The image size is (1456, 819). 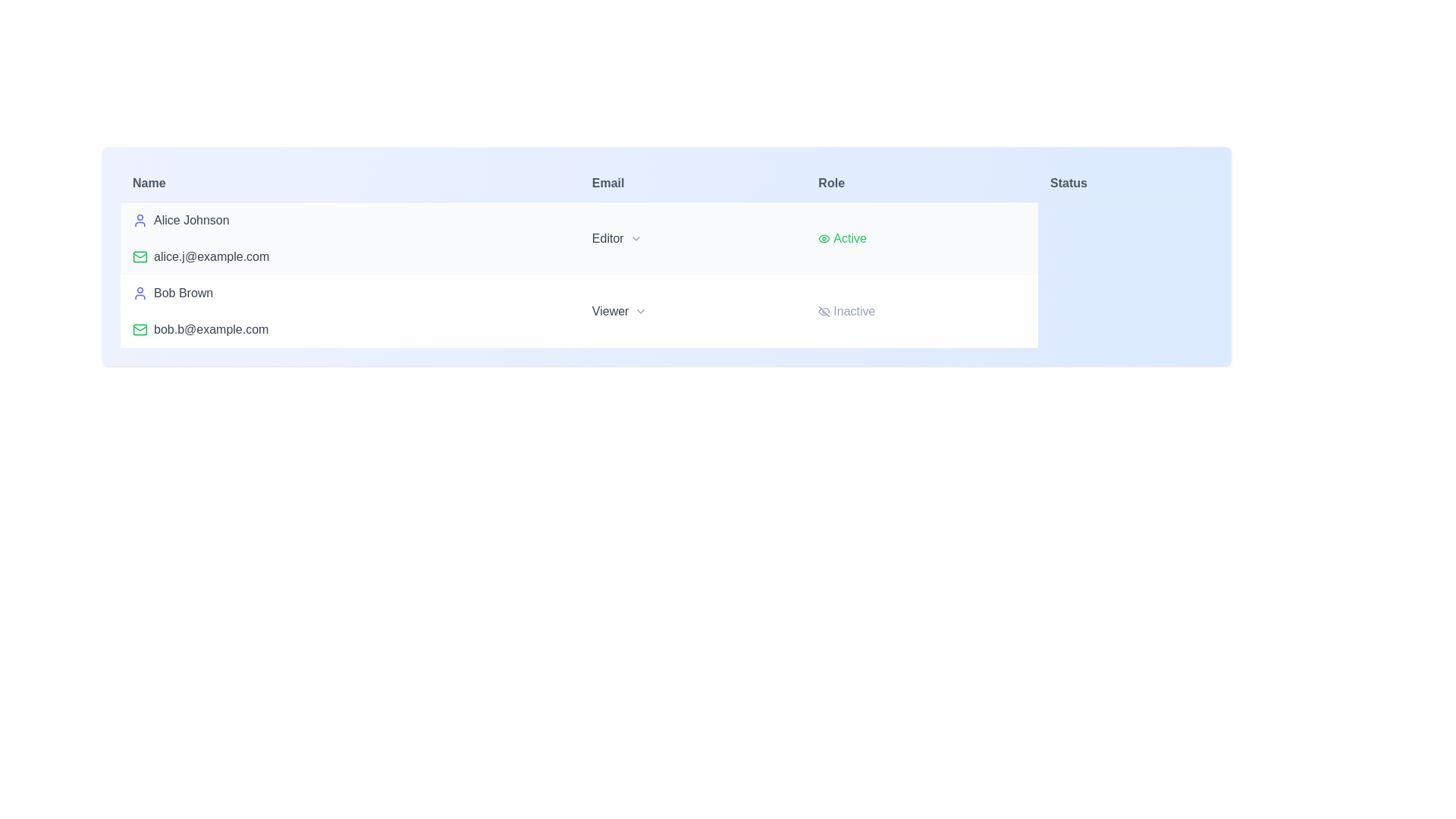 I want to click on the green-colored envelope icon located in the 'Email' column next to the email address 'bob.b@example.com' in the user management table, so click(x=140, y=329).